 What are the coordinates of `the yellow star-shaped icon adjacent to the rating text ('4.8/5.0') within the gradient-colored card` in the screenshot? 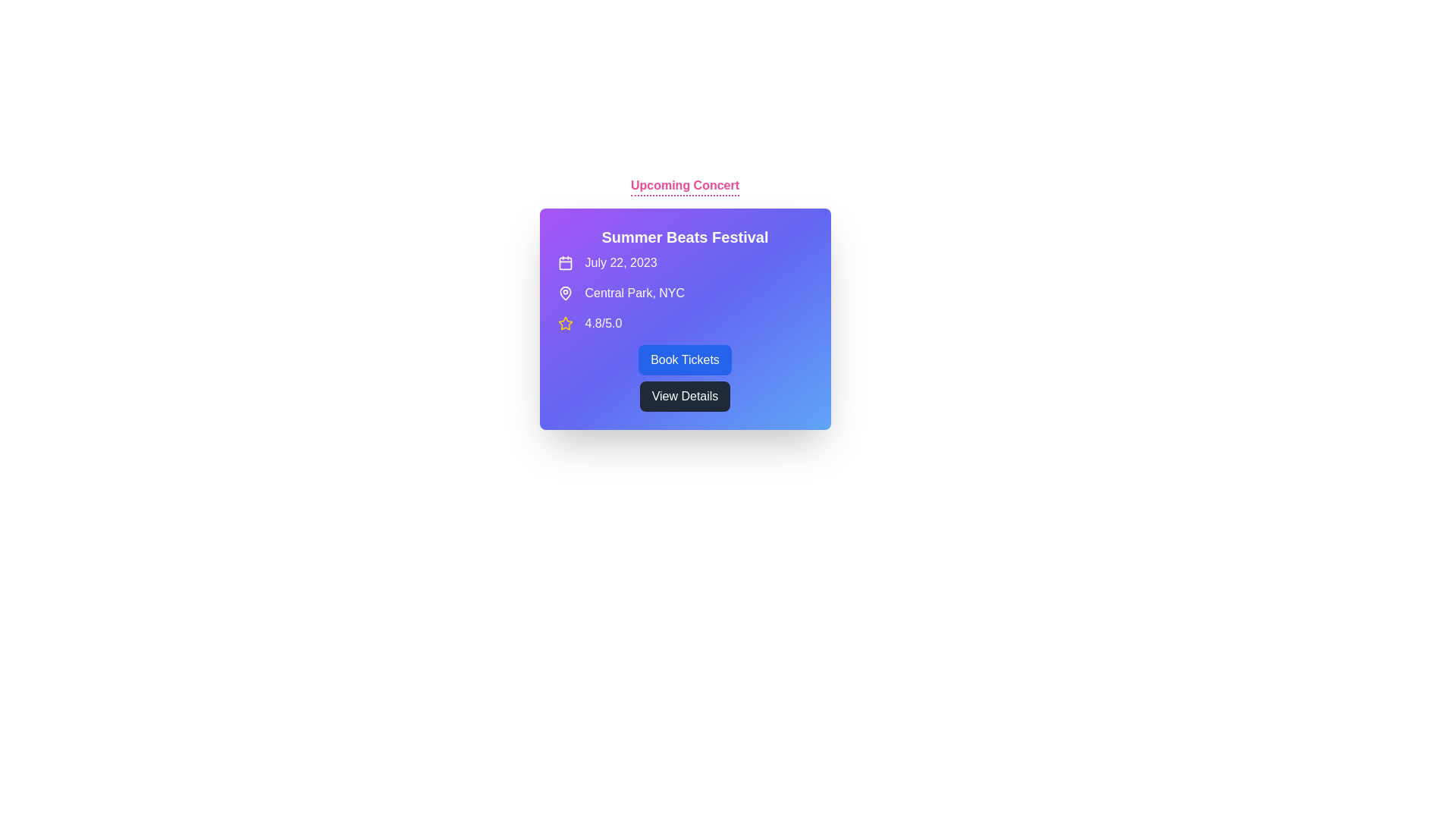 It's located at (564, 322).